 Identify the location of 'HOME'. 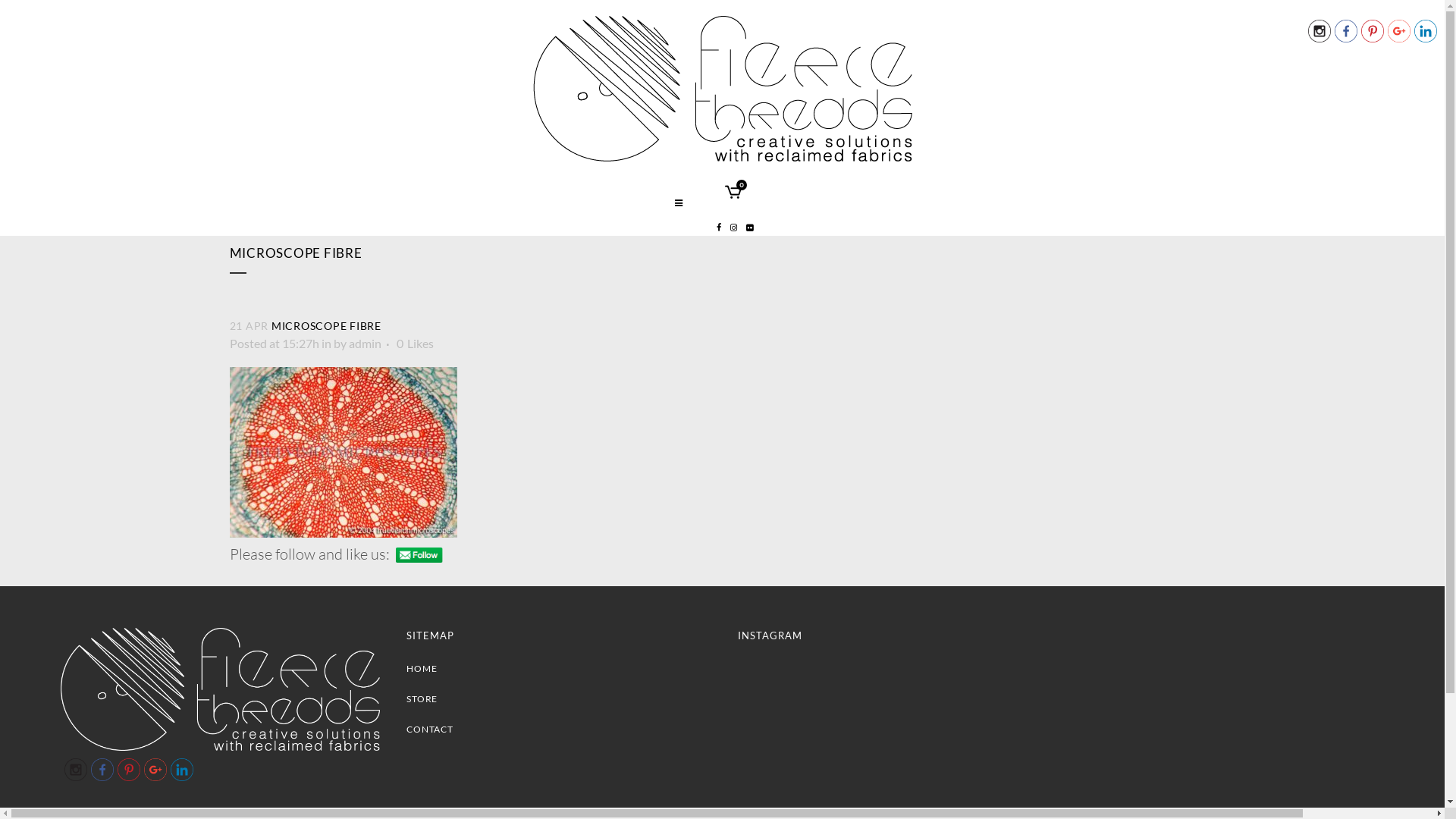
(406, 667).